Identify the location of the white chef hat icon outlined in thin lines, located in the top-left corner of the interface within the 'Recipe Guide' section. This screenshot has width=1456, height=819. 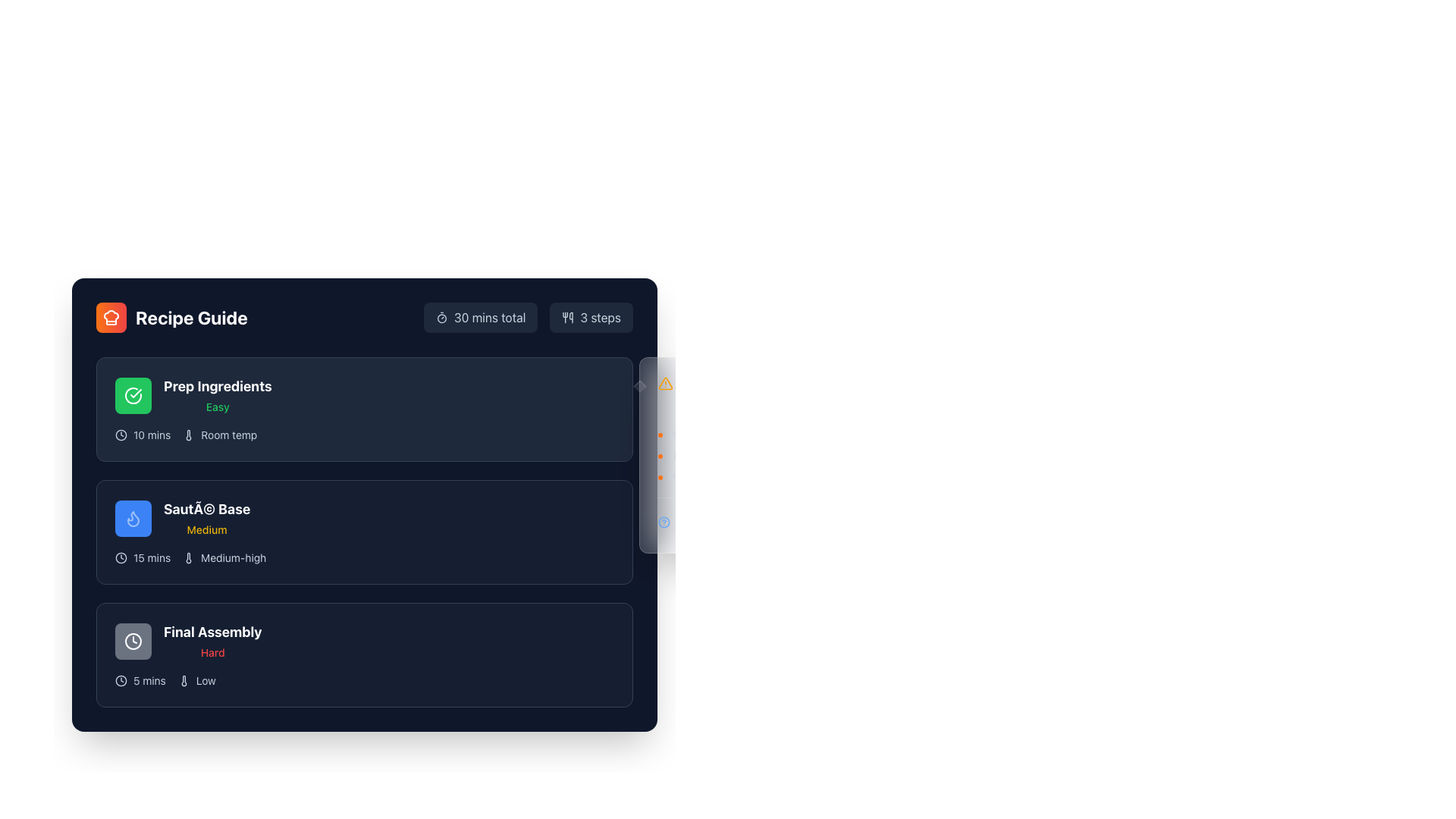
(111, 317).